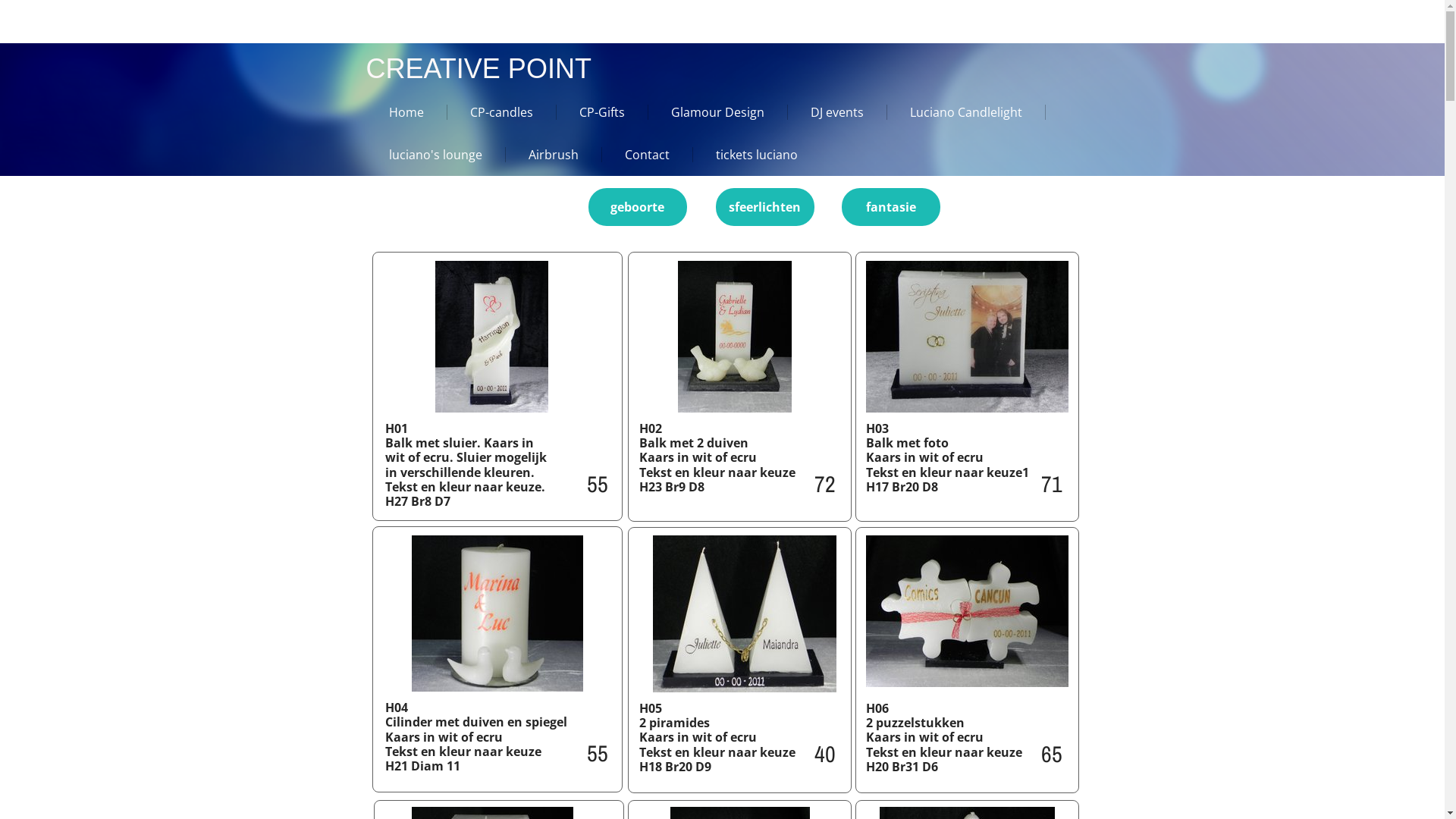 Image resolution: width=1456 pixels, height=819 pixels. I want to click on 'tickets luciano', so click(746, 155).